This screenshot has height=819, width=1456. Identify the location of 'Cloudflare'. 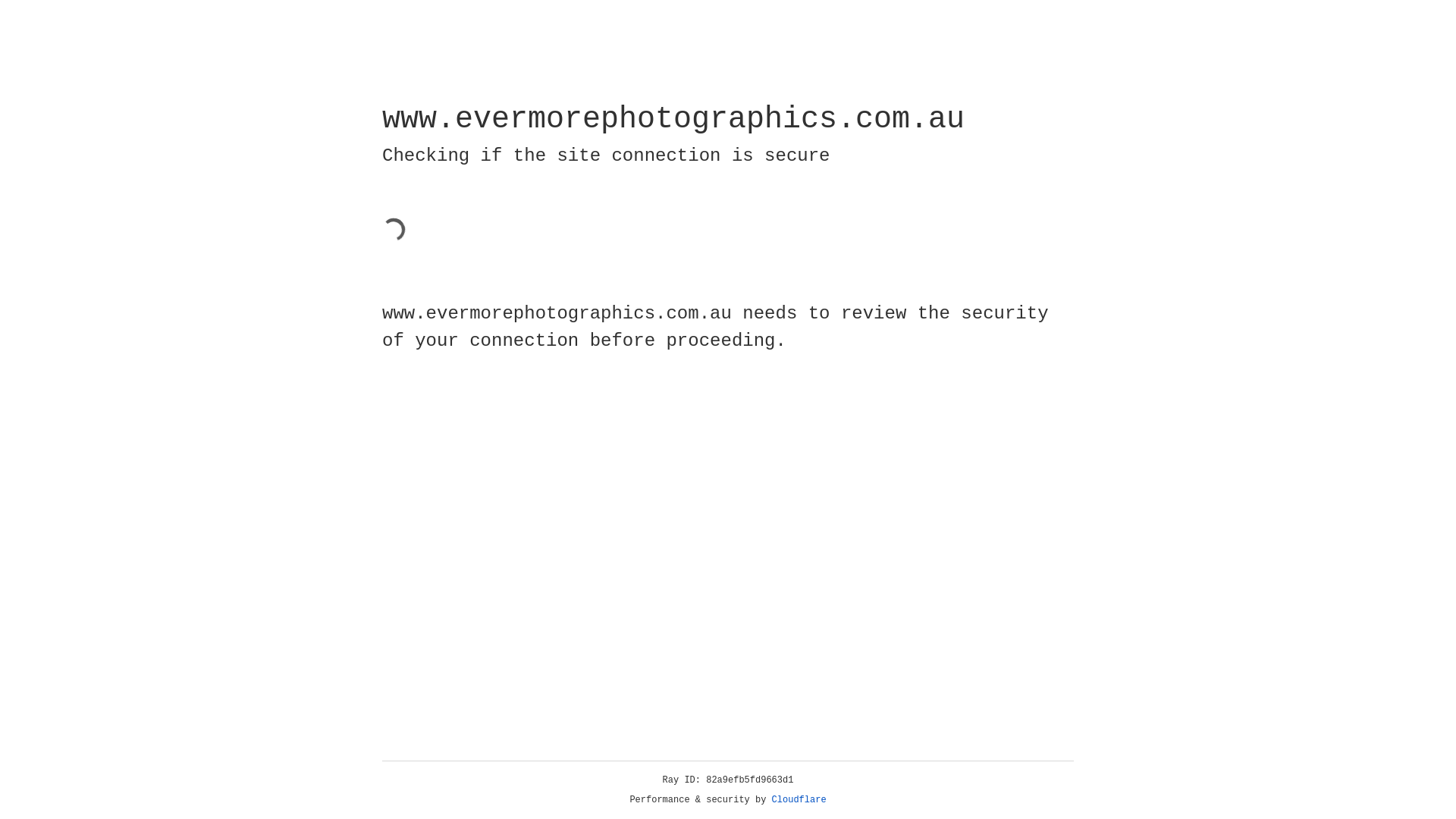
(799, 799).